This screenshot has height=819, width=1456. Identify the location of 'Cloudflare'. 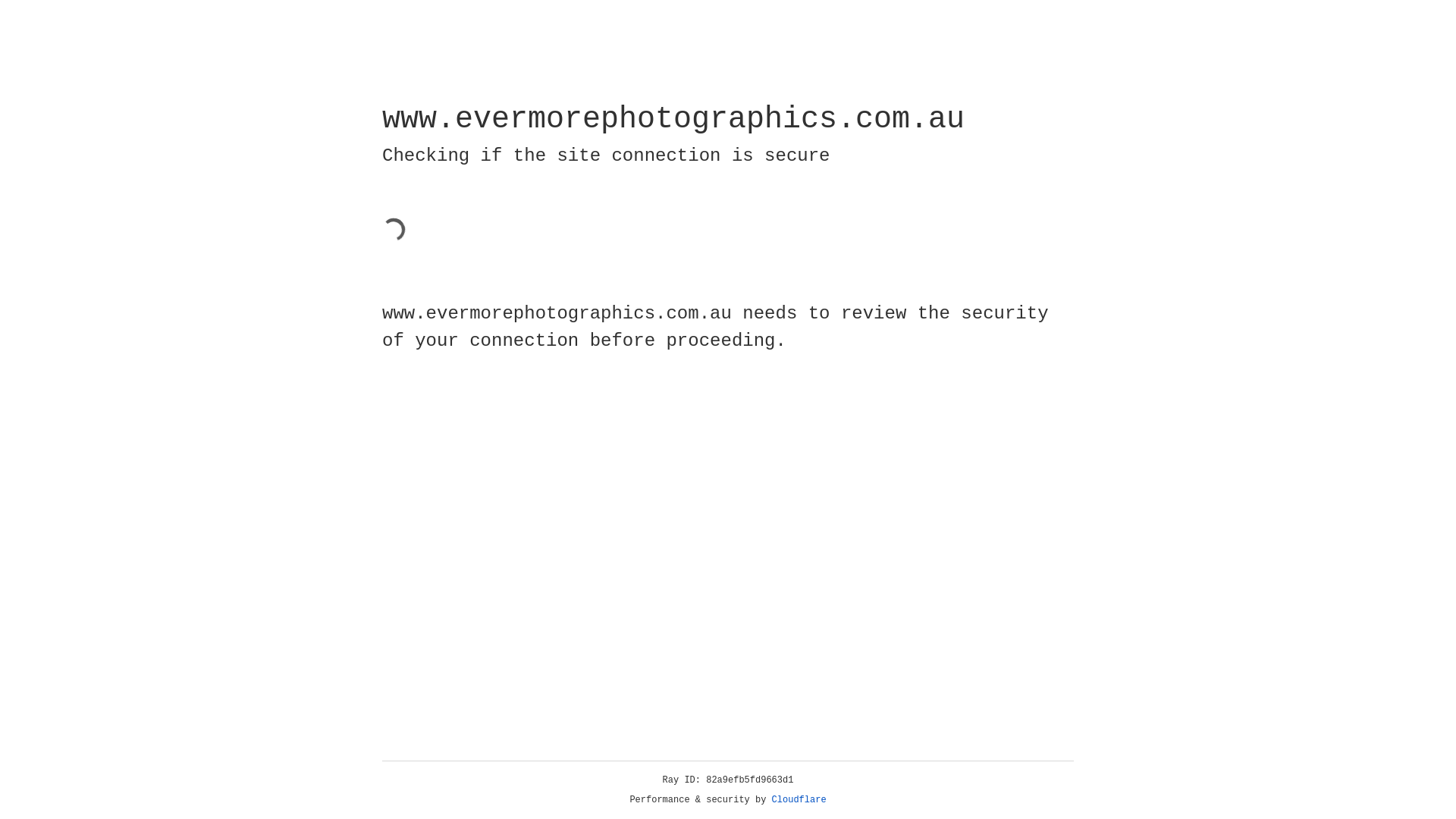
(799, 799).